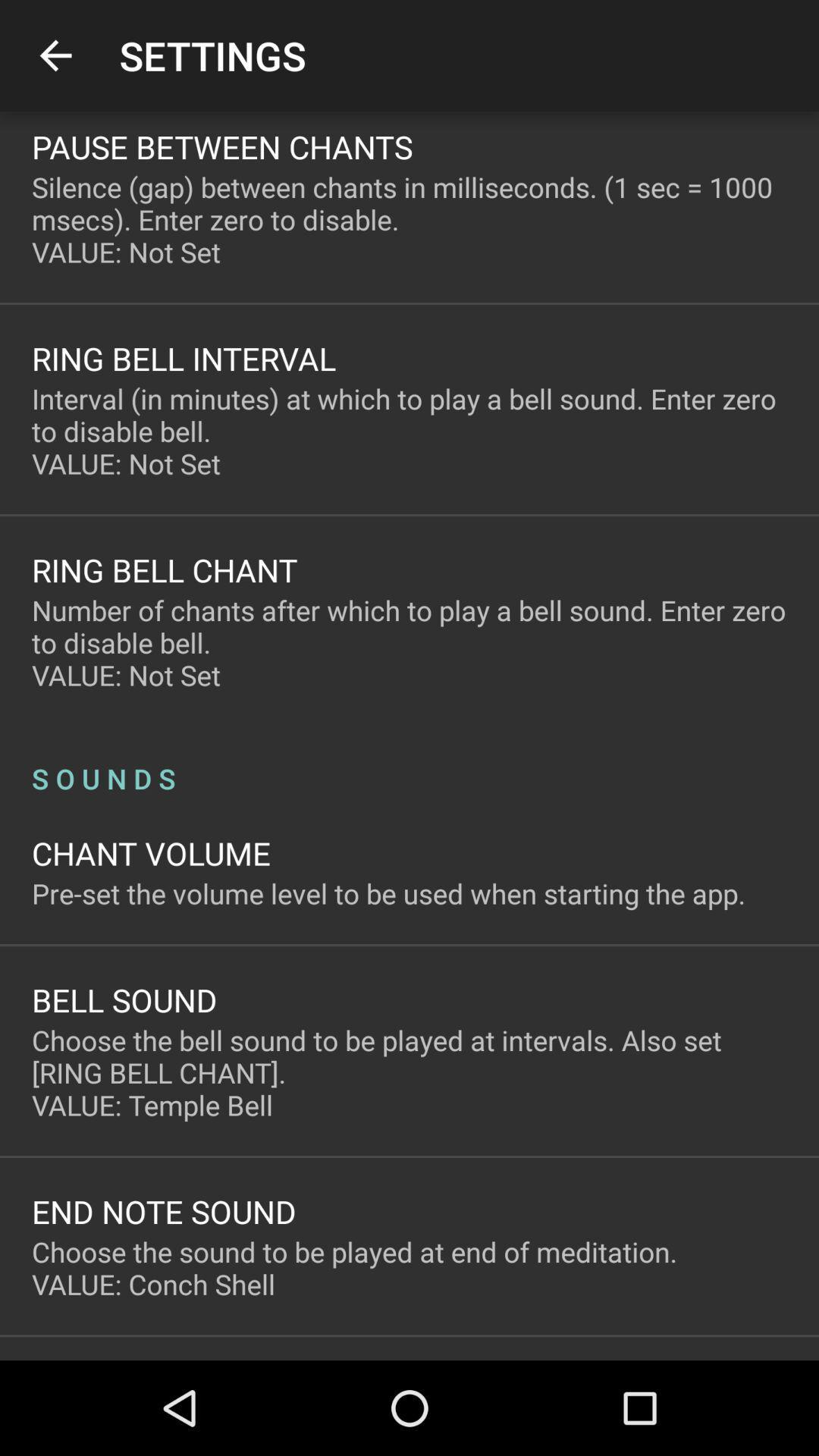 This screenshot has width=819, height=1456. What do you see at coordinates (409, 218) in the screenshot?
I see `silence gap between icon` at bounding box center [409, 218].